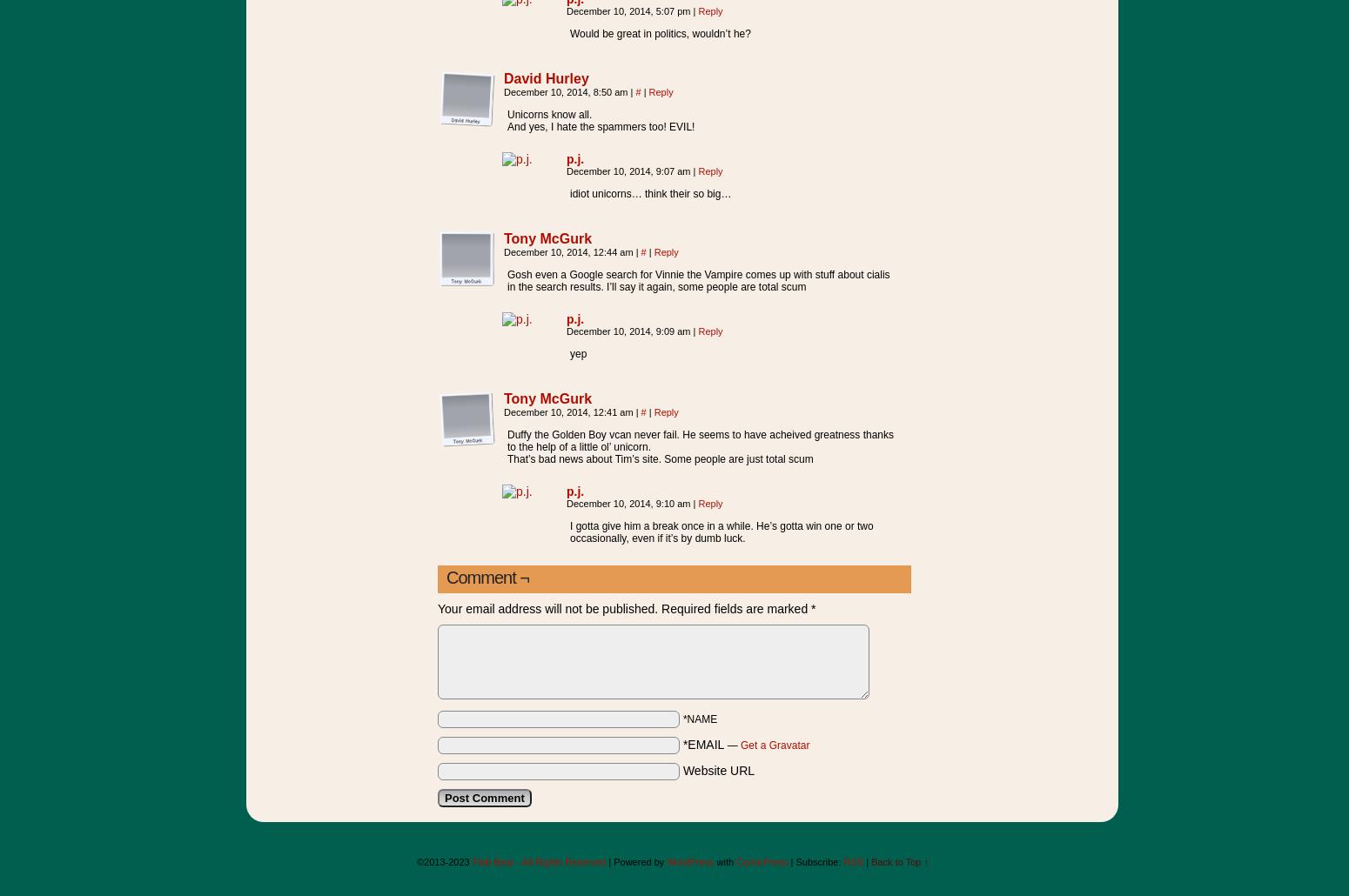  I want to click on 'December 10, 2014, 9:10 am', so click(629, 503).